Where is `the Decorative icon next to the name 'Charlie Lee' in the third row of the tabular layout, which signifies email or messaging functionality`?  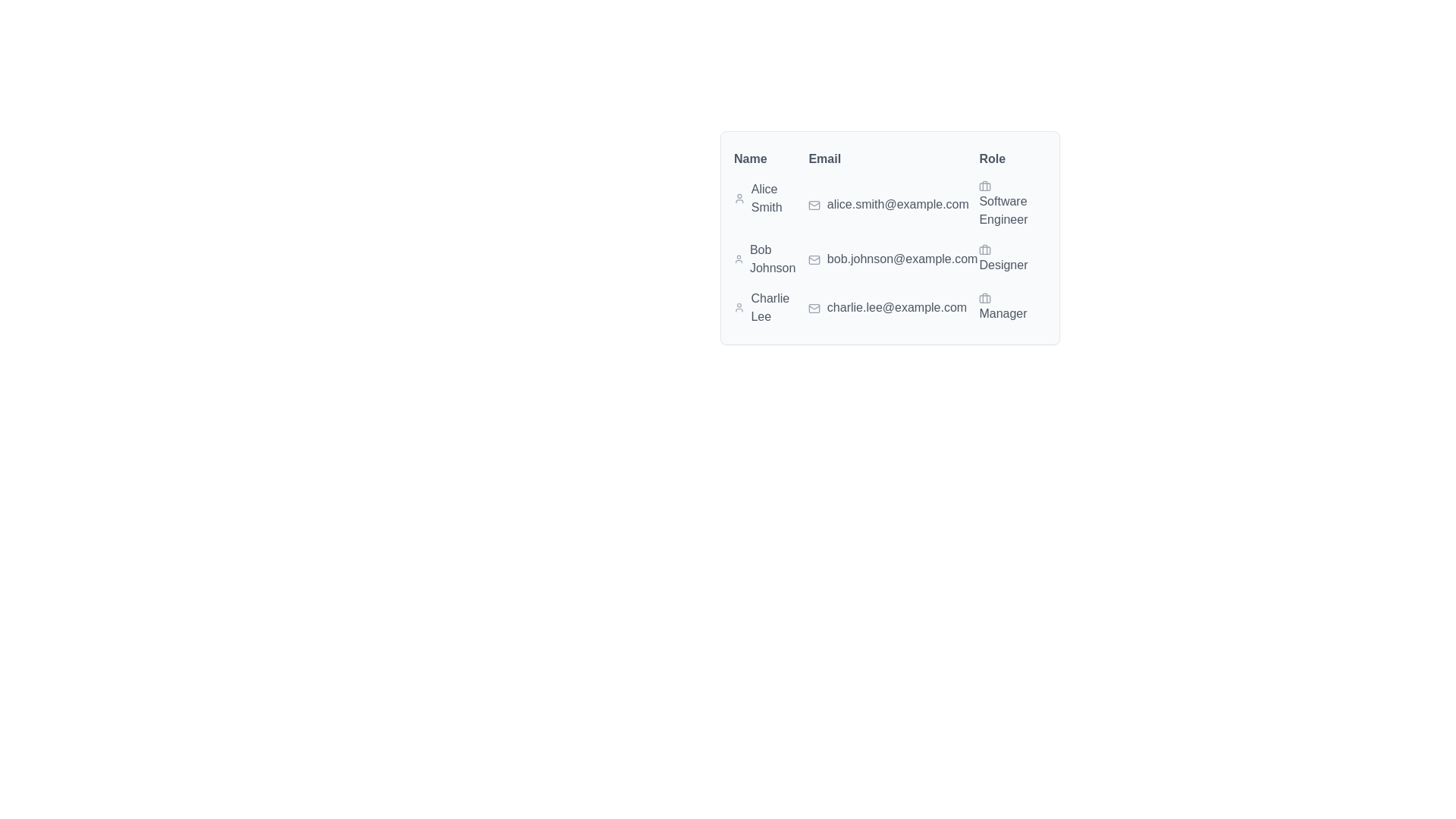 the Decorative icon next to the name 'Charlie Lee' in the third row of the tabular layout, which signifies email or messaging functionality is located at coordinates (814, 307).